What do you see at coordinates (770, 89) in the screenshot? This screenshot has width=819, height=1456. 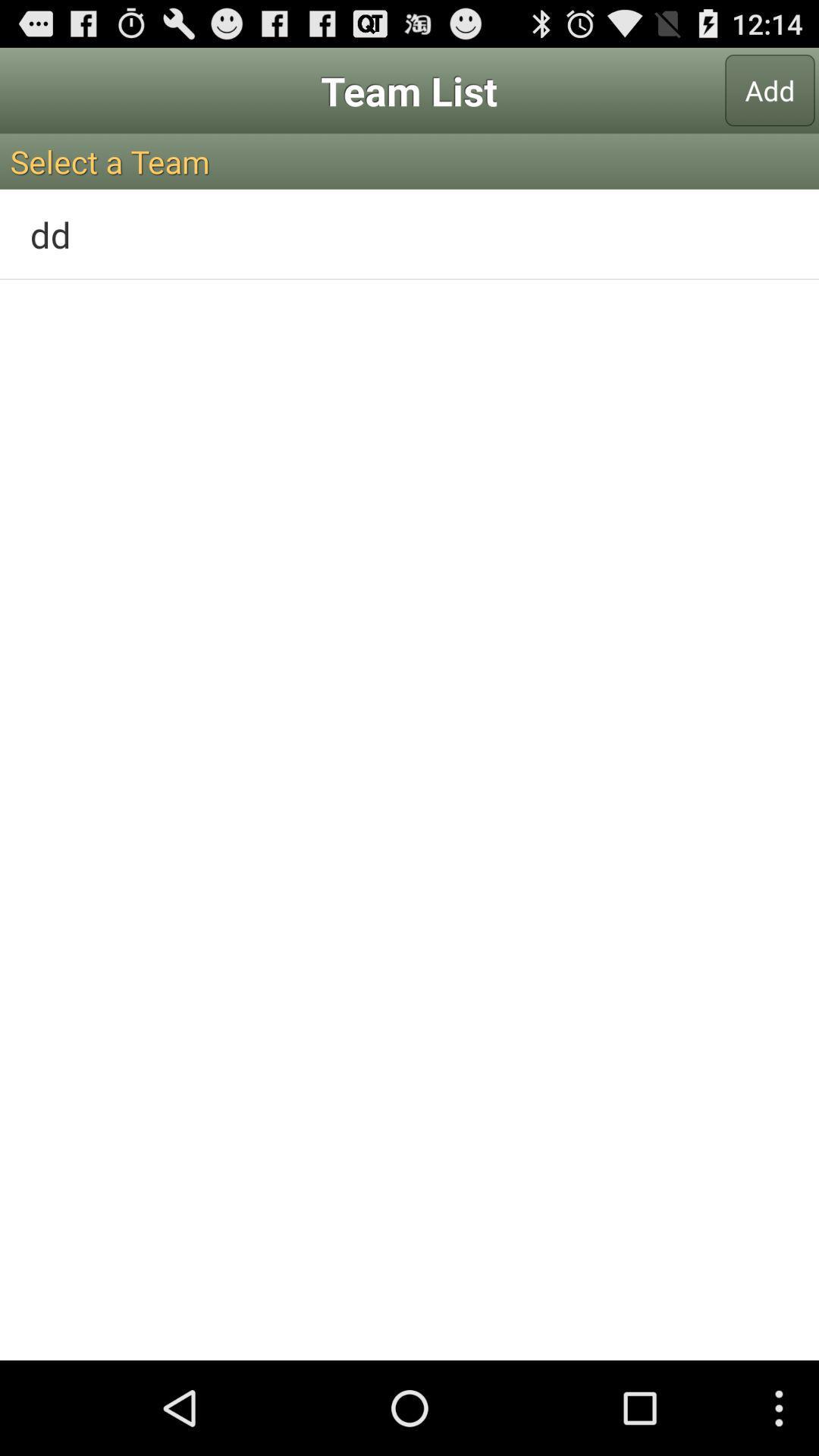 I see `the app next to team list app` at bounding box center [770, 89].